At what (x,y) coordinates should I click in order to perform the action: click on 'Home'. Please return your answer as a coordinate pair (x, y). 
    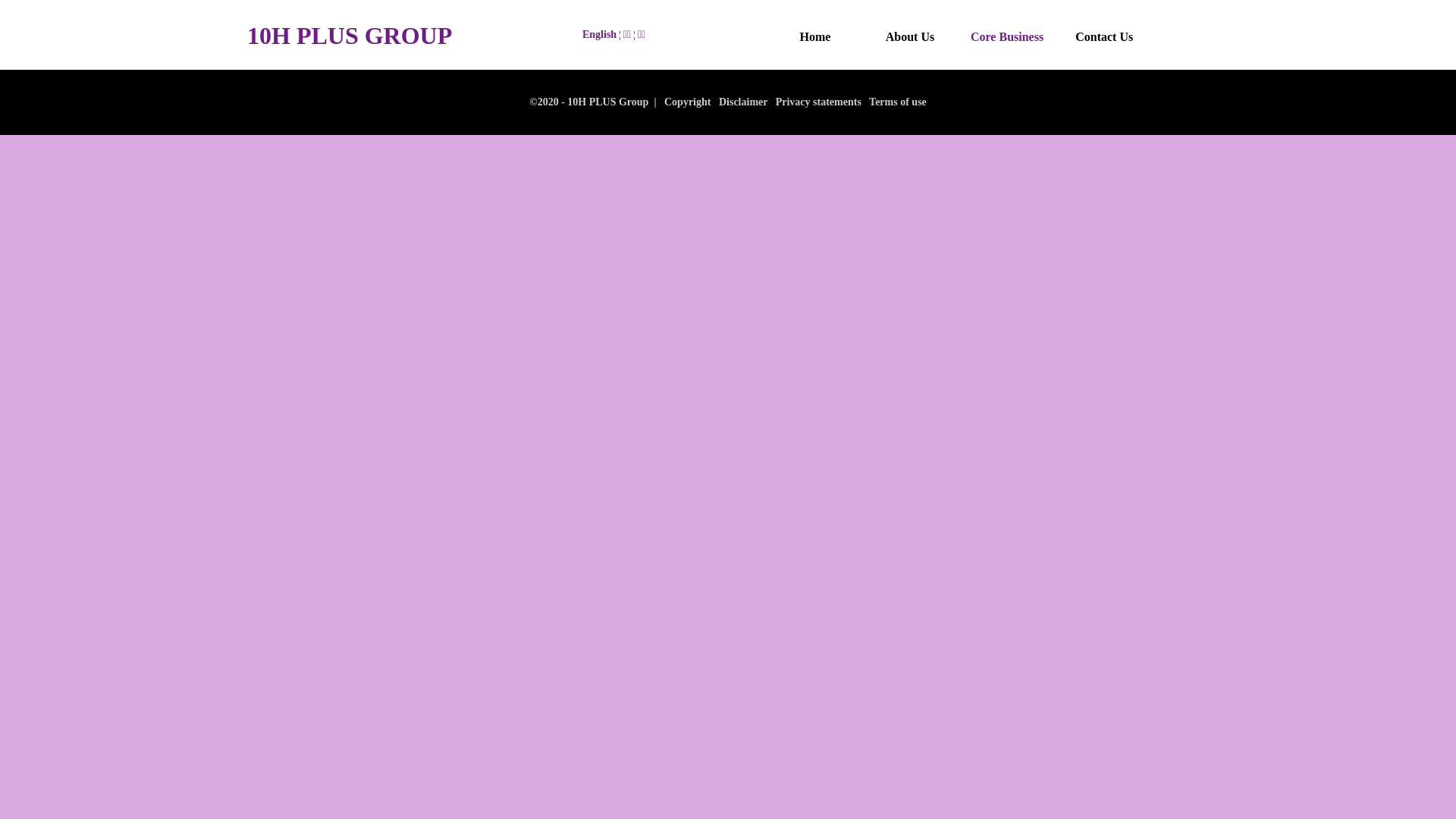
    Looking at the image, I should click on (781, 36).